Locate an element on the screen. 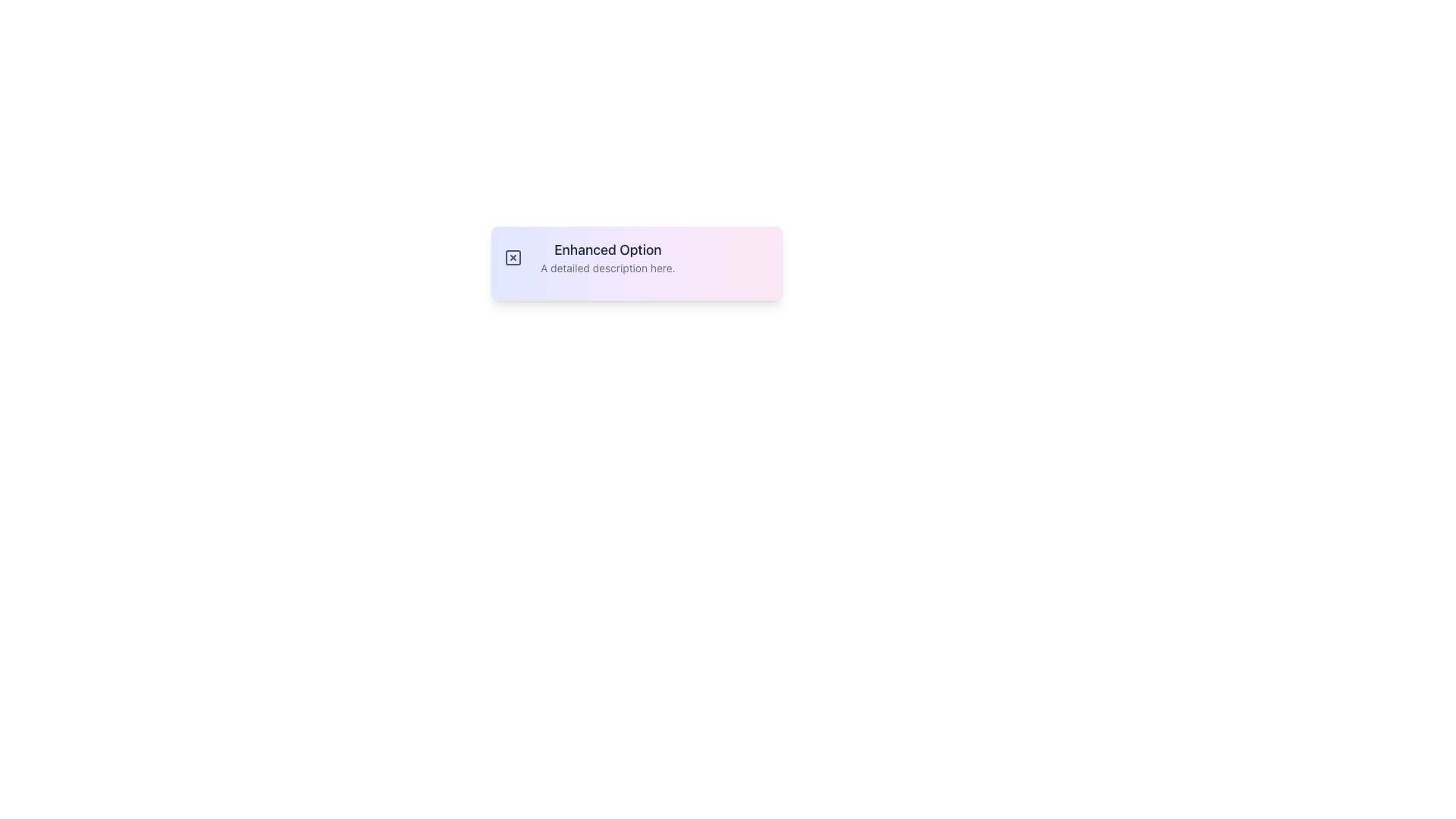 The width and height of the screenshot is (1456, 819). the text 'A detailed description here.' which is styled in a small, slightly greyed-out font and positioned below the header 'Enhanced Option' for copying is located at coordinates (607, 268).